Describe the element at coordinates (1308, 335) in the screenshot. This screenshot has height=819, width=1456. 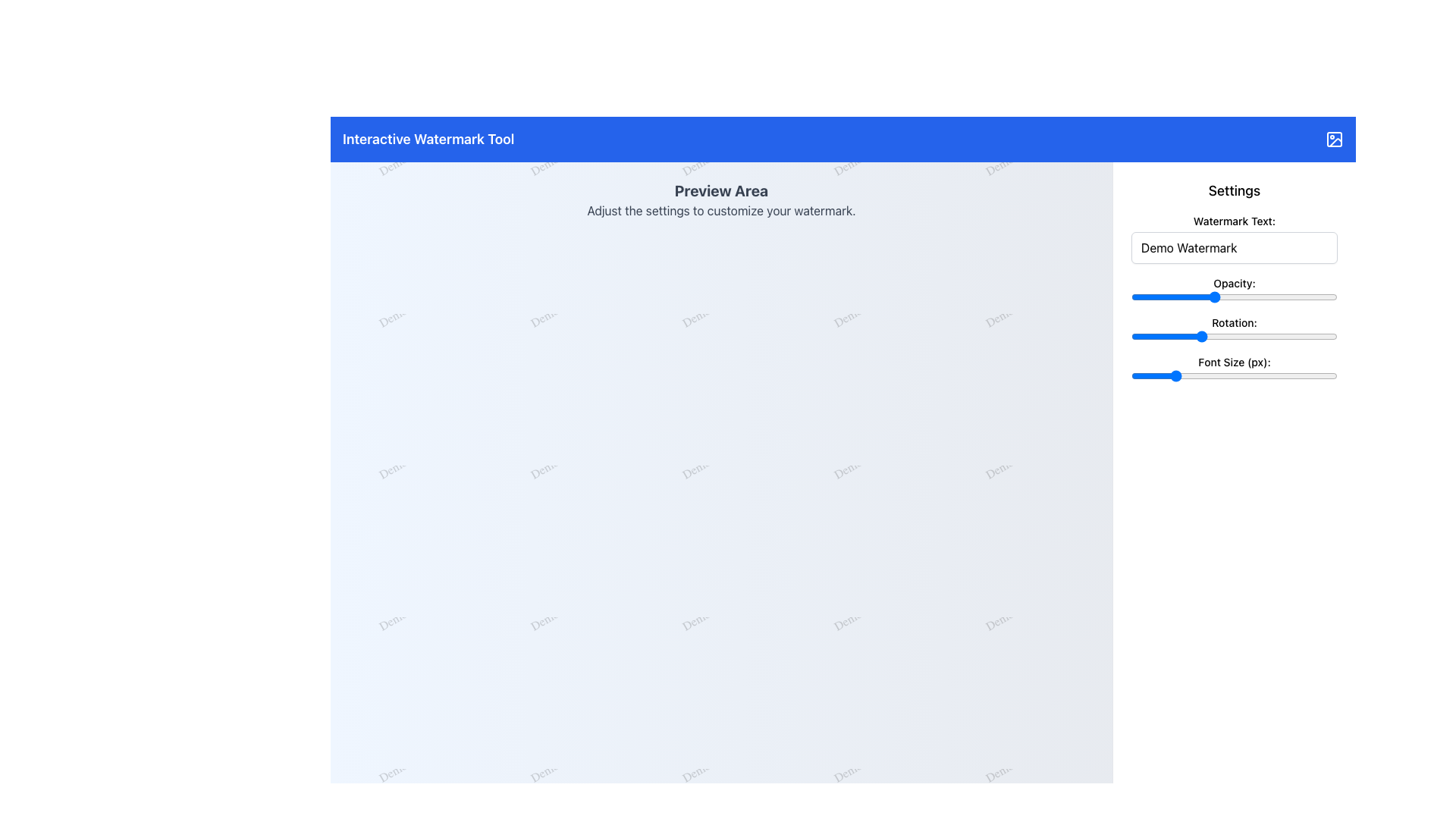
I see `rotation` at that location.